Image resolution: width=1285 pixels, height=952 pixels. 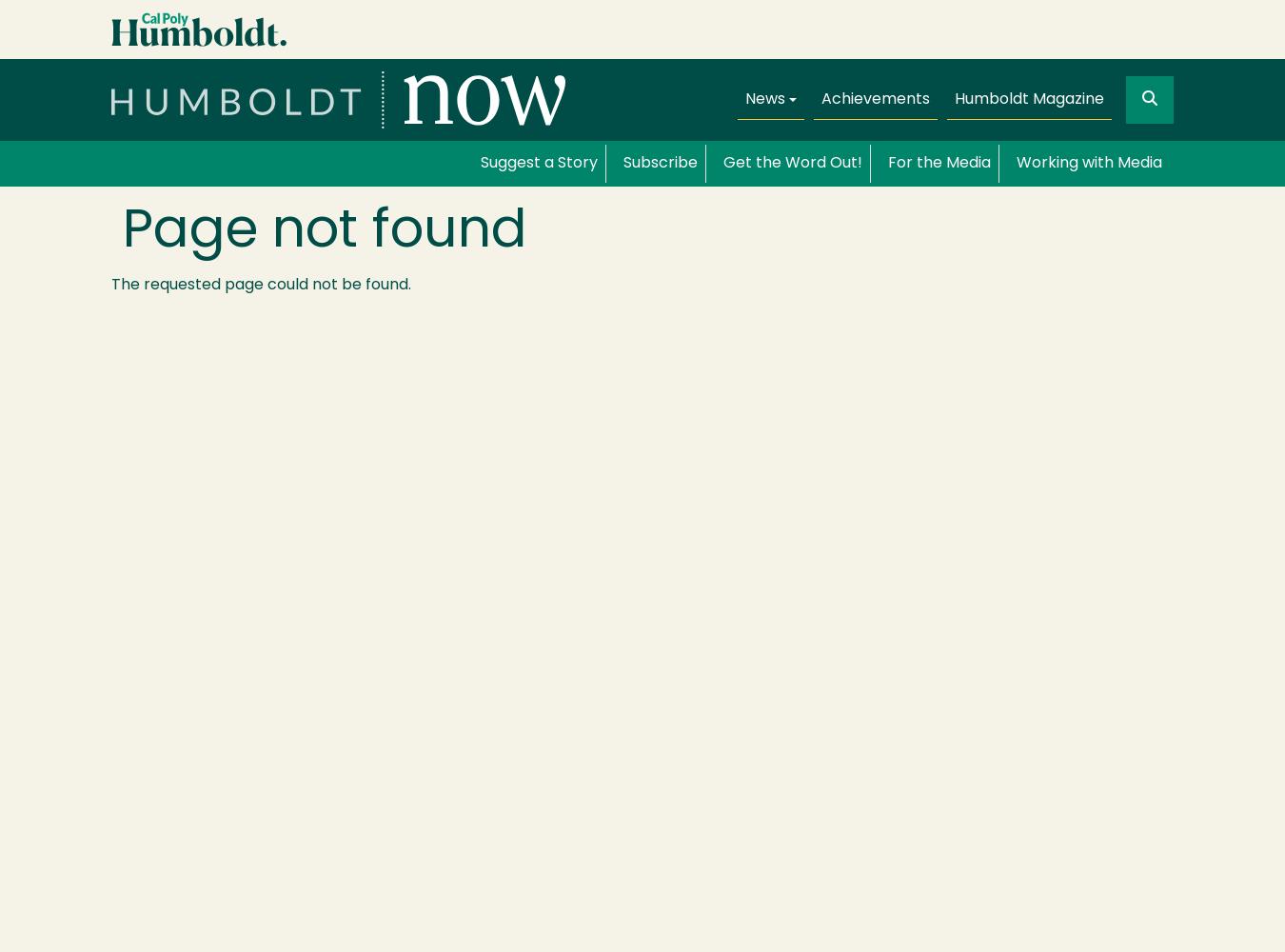 I want to click on 'Page not found', so click(x=325, y=232).